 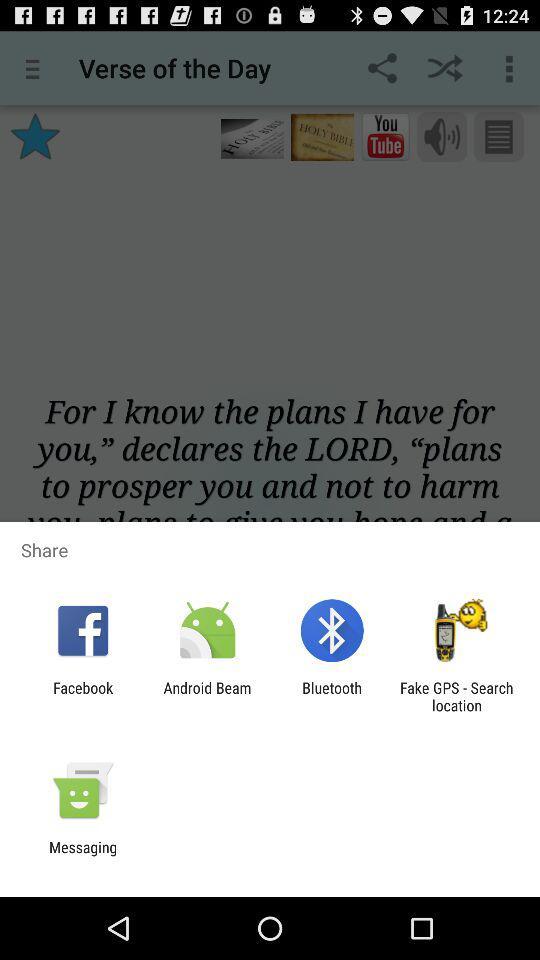 I want to click on bluetooth item, so click(x=332, y=696).